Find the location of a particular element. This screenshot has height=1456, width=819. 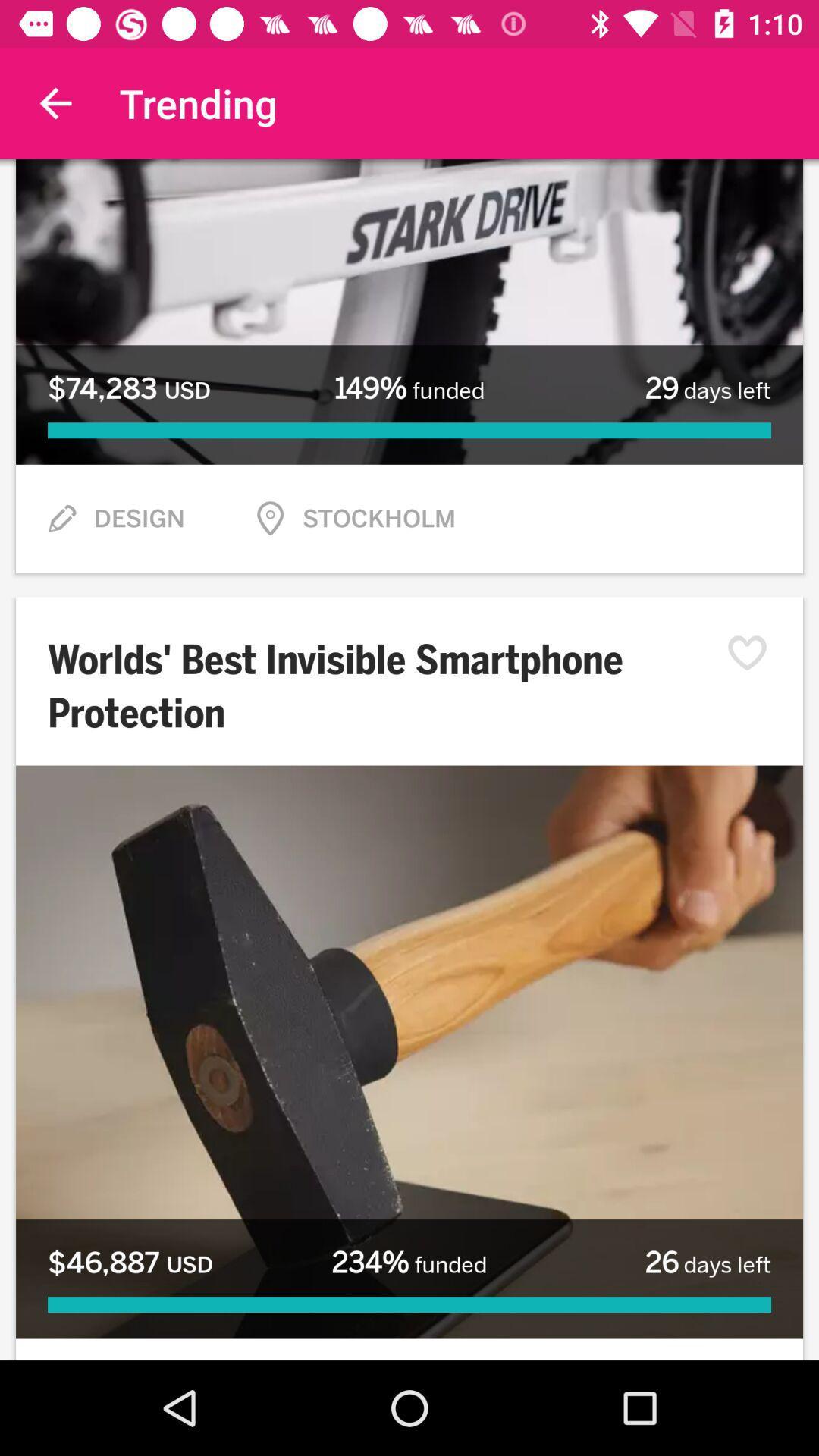

design item is located at coordinates (139, 519).